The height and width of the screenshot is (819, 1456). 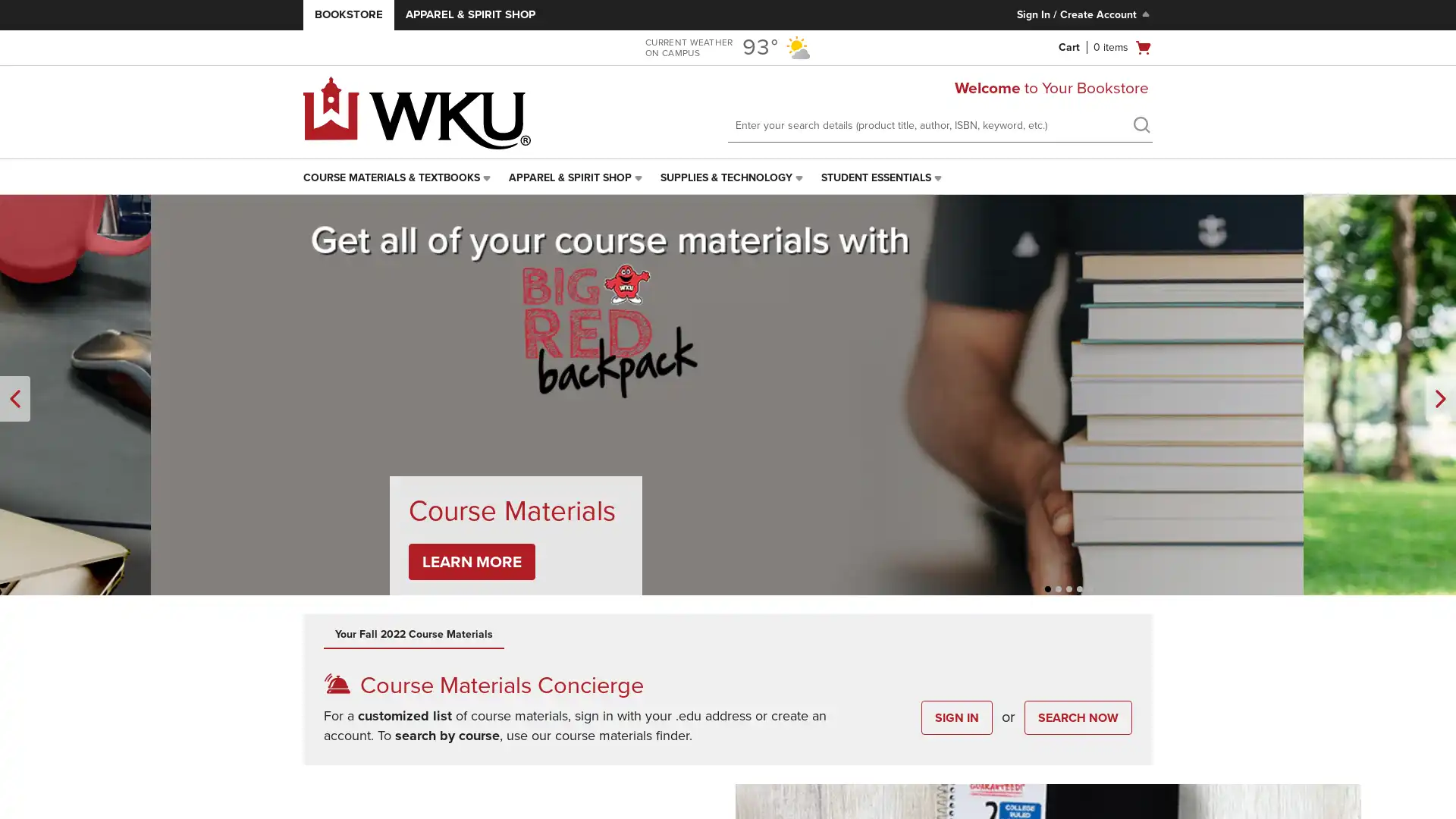 I want to click on search, so click(x=1141, y=124).